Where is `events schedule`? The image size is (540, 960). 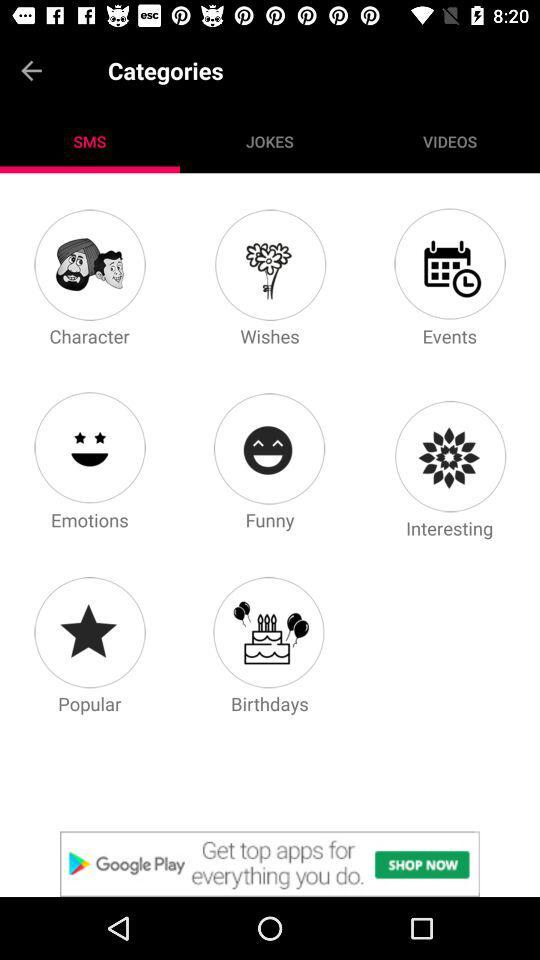 events schedule is located at coordinates (449, 263).